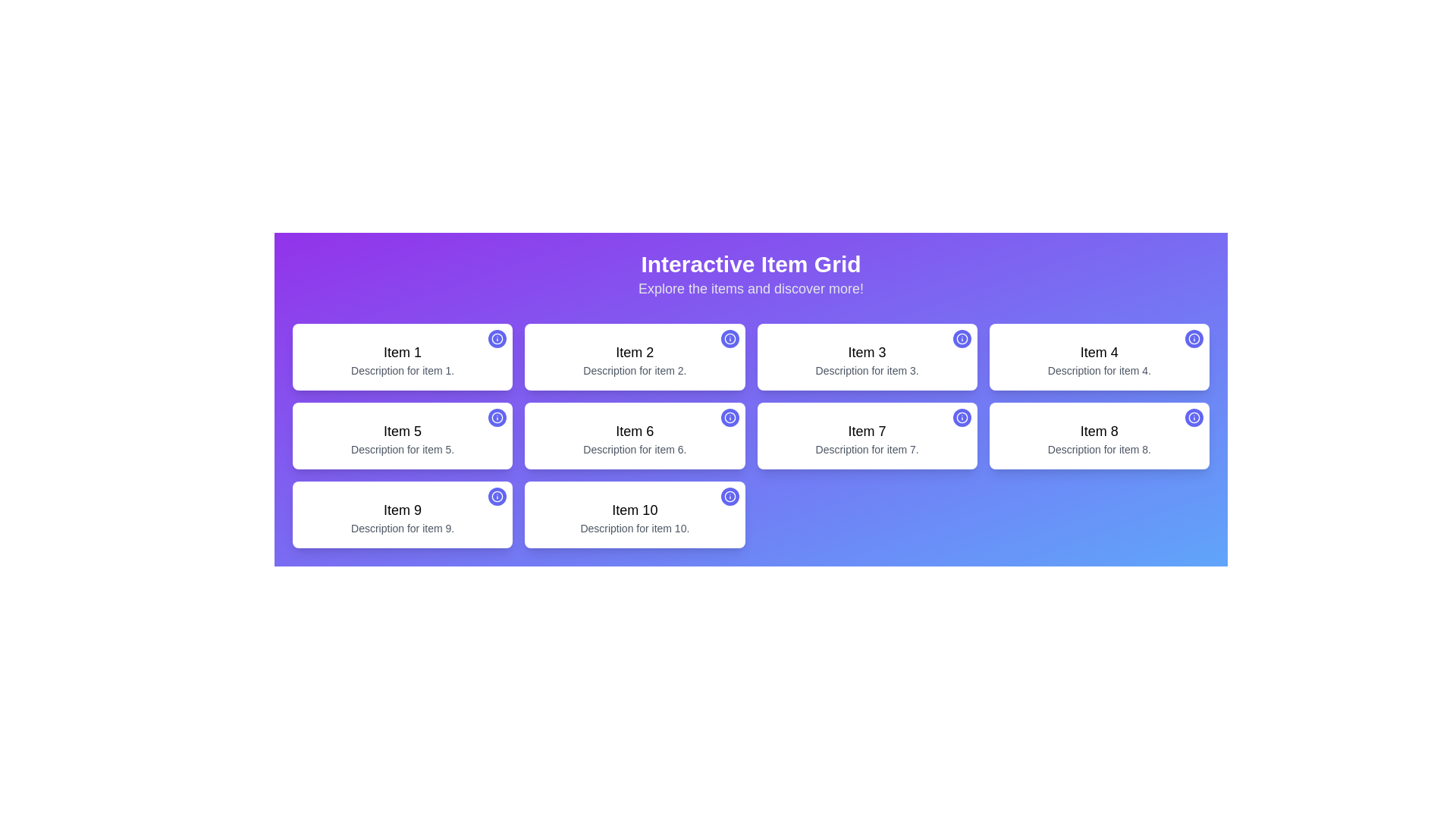 The image size is (1456, 819). What do you see at coordinates (961, 338) in the screenshot?
I see `the Icon button located in the top-right corner of the 'Item 3' panel to show more details` at bounding box center [961, 338].